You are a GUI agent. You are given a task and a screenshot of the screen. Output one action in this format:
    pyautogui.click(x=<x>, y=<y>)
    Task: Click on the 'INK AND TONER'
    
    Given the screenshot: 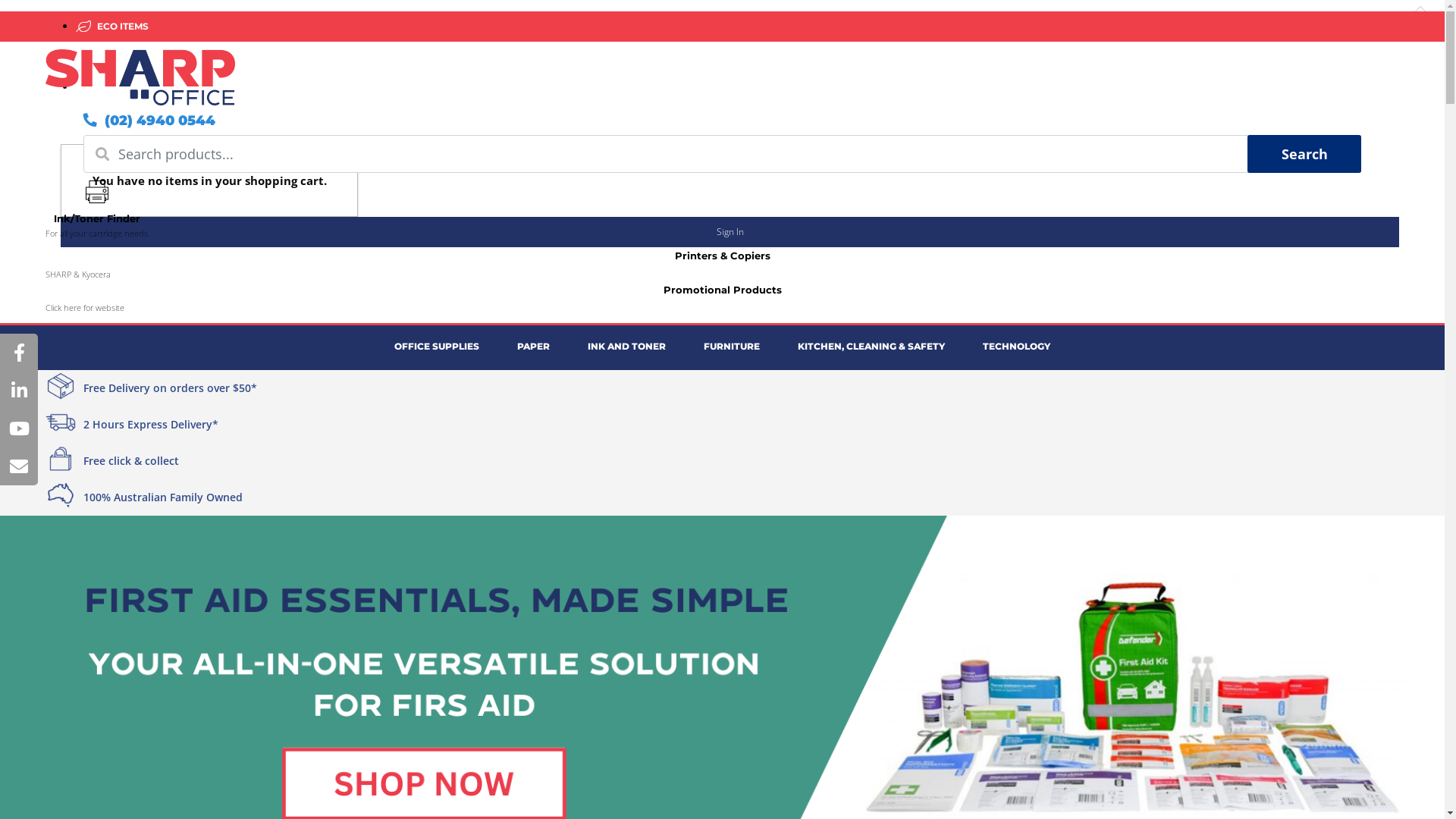 What is the action you would take?
    pyautogui.click(x=626, y=346)
    